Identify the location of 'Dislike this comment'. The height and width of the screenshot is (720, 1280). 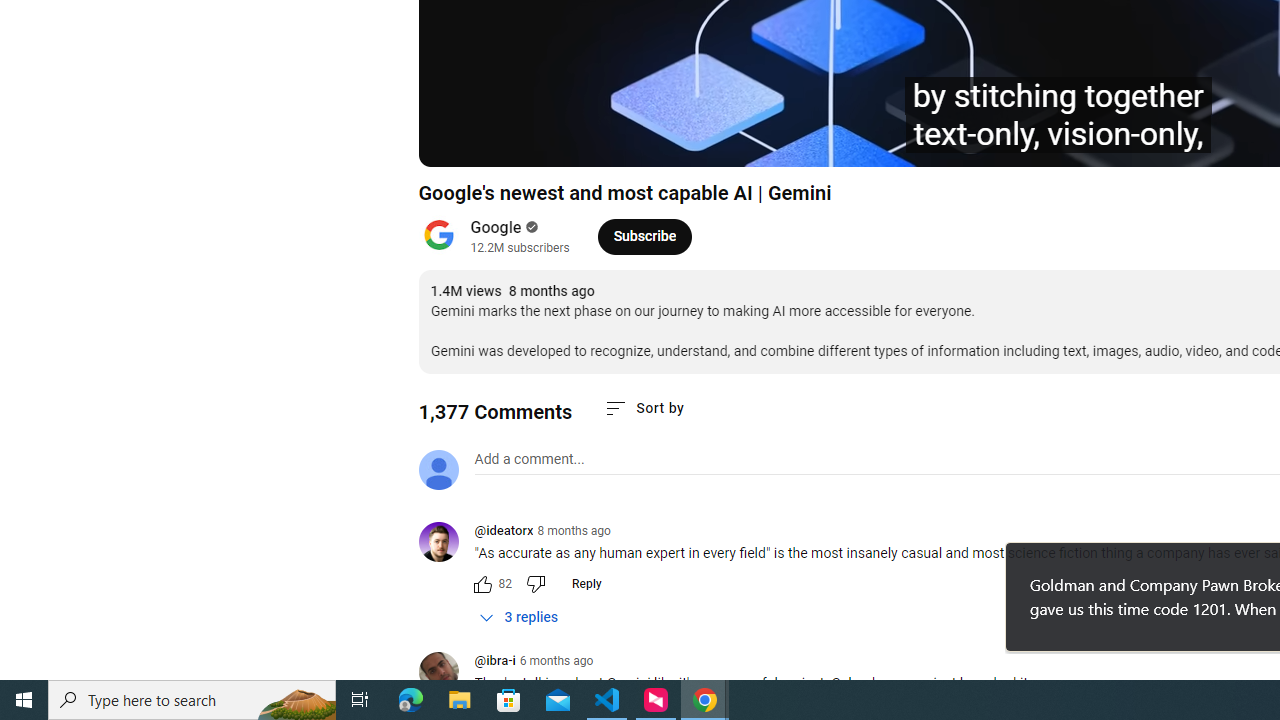
(535, 583).